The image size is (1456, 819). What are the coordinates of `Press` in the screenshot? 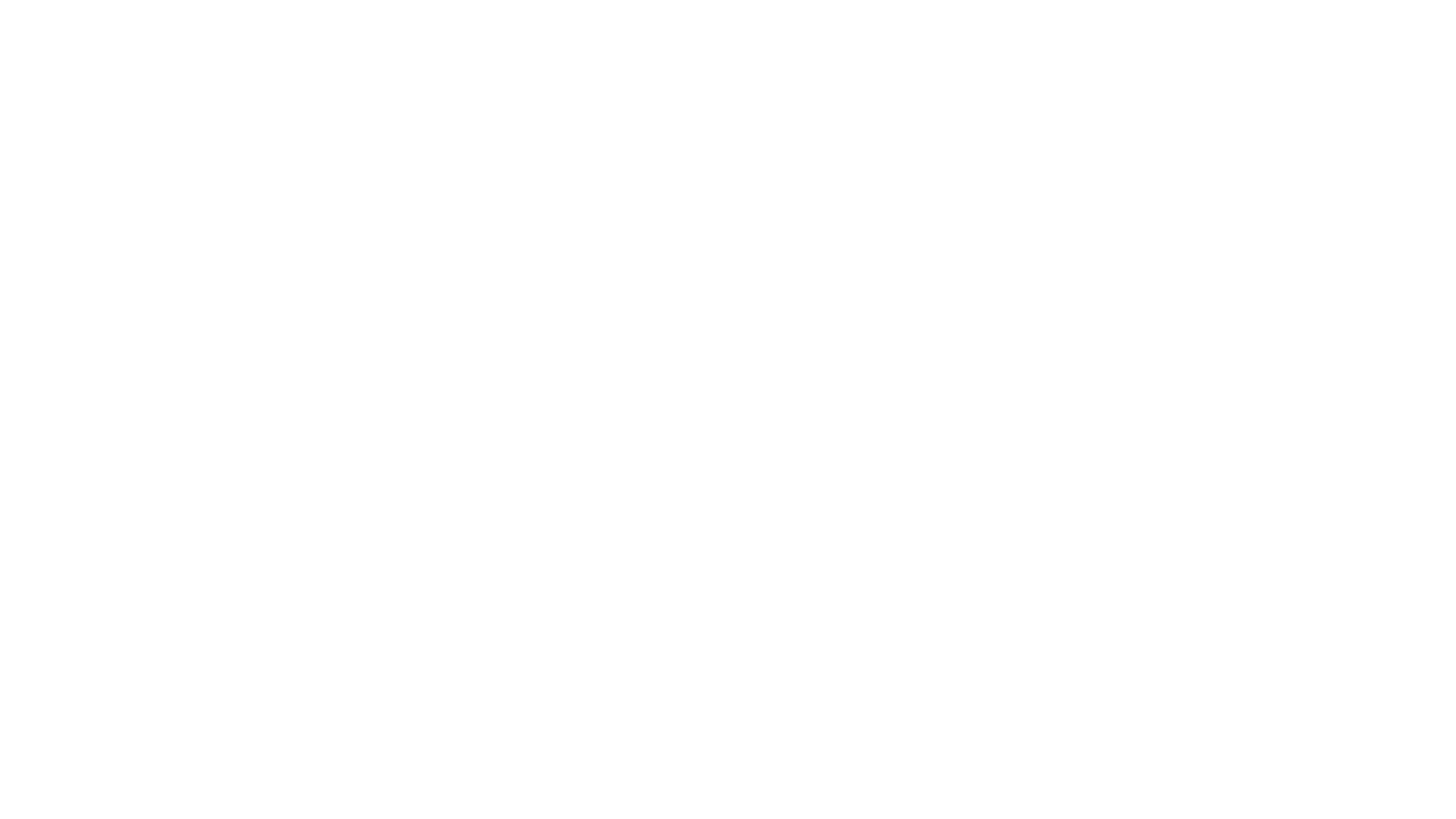 It's located at (130, 17).